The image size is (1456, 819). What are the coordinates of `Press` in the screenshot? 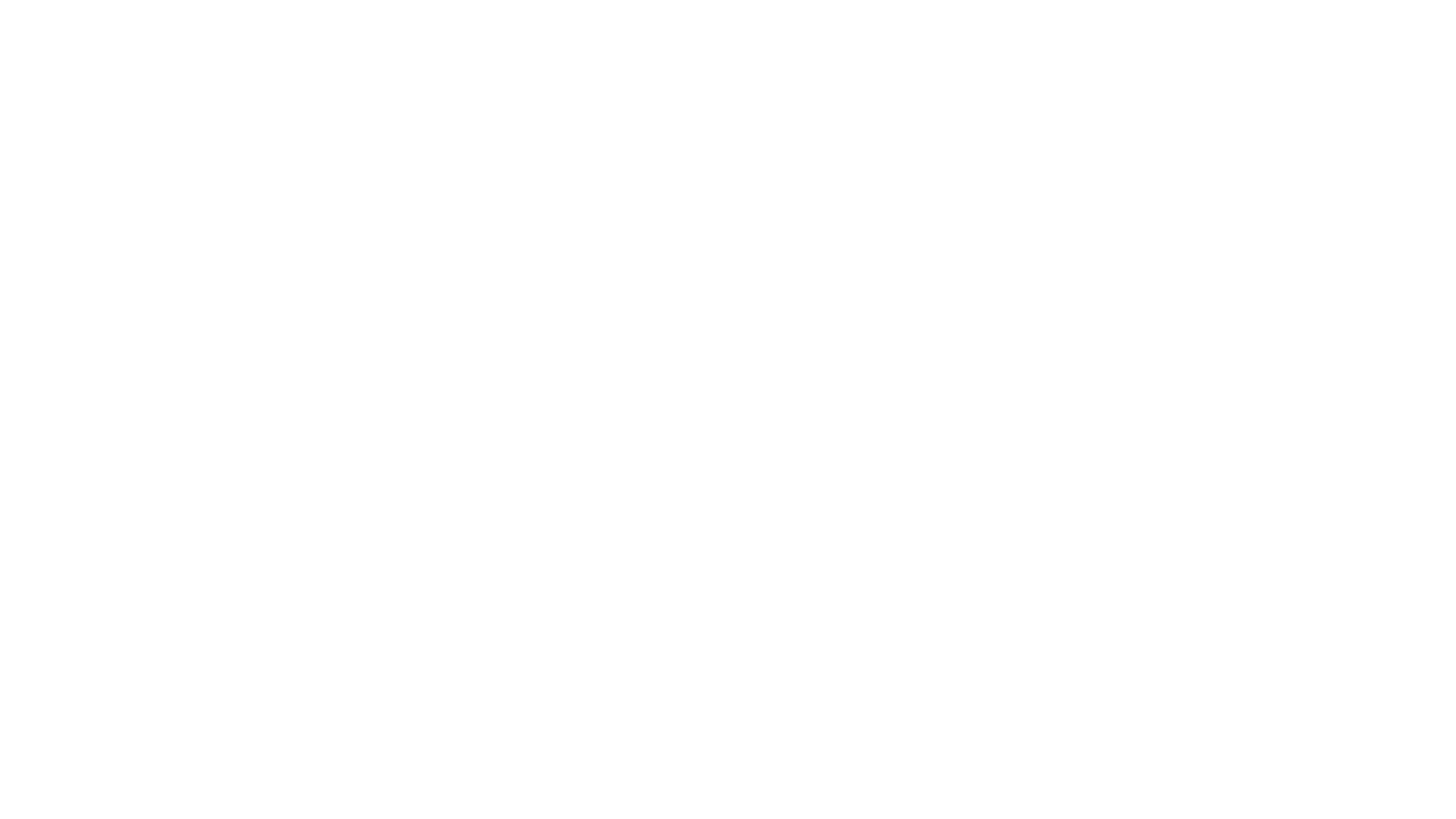 It's located at (130, 17).